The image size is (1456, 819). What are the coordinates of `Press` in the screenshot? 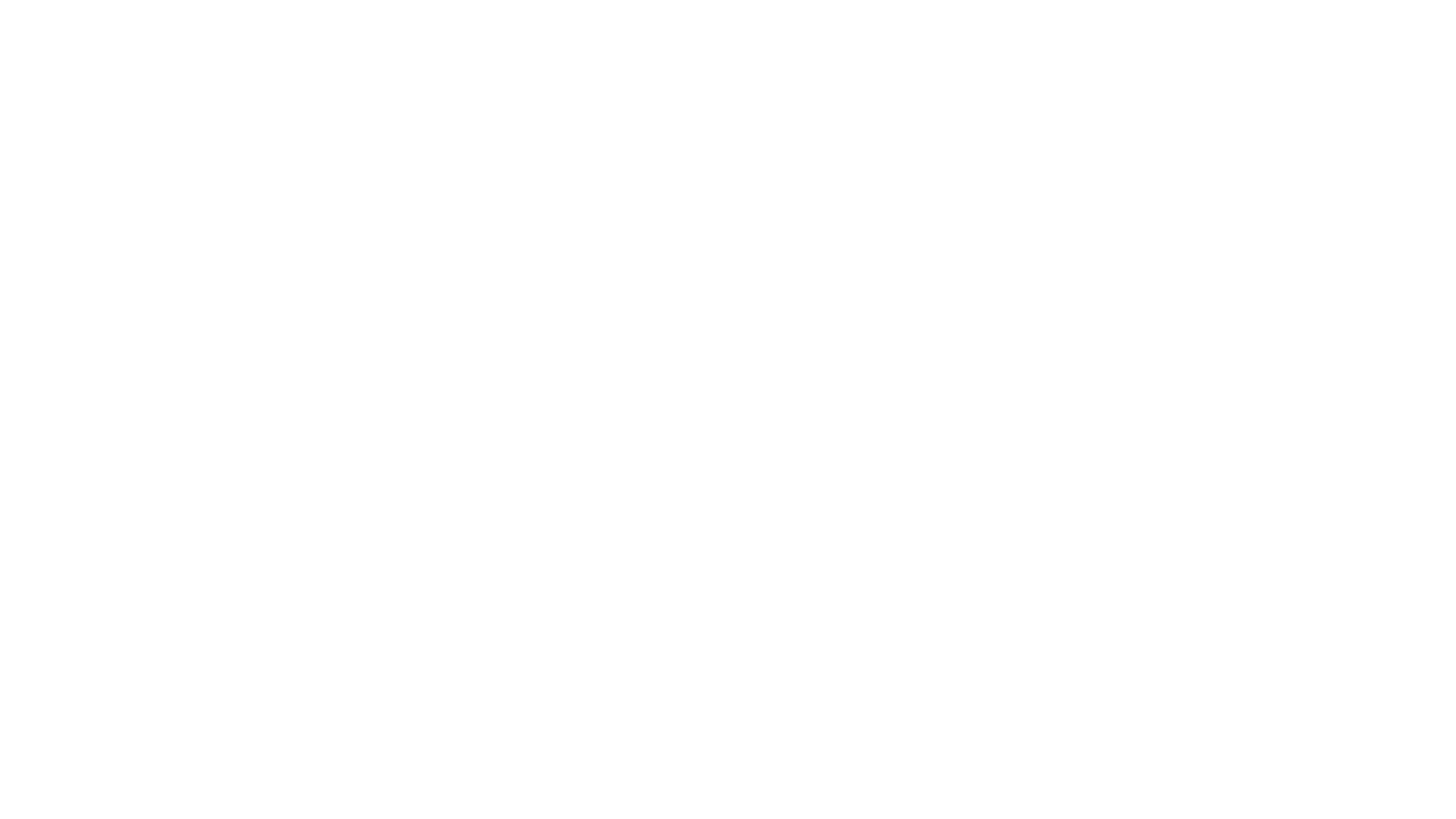 It's located at (130, 17).